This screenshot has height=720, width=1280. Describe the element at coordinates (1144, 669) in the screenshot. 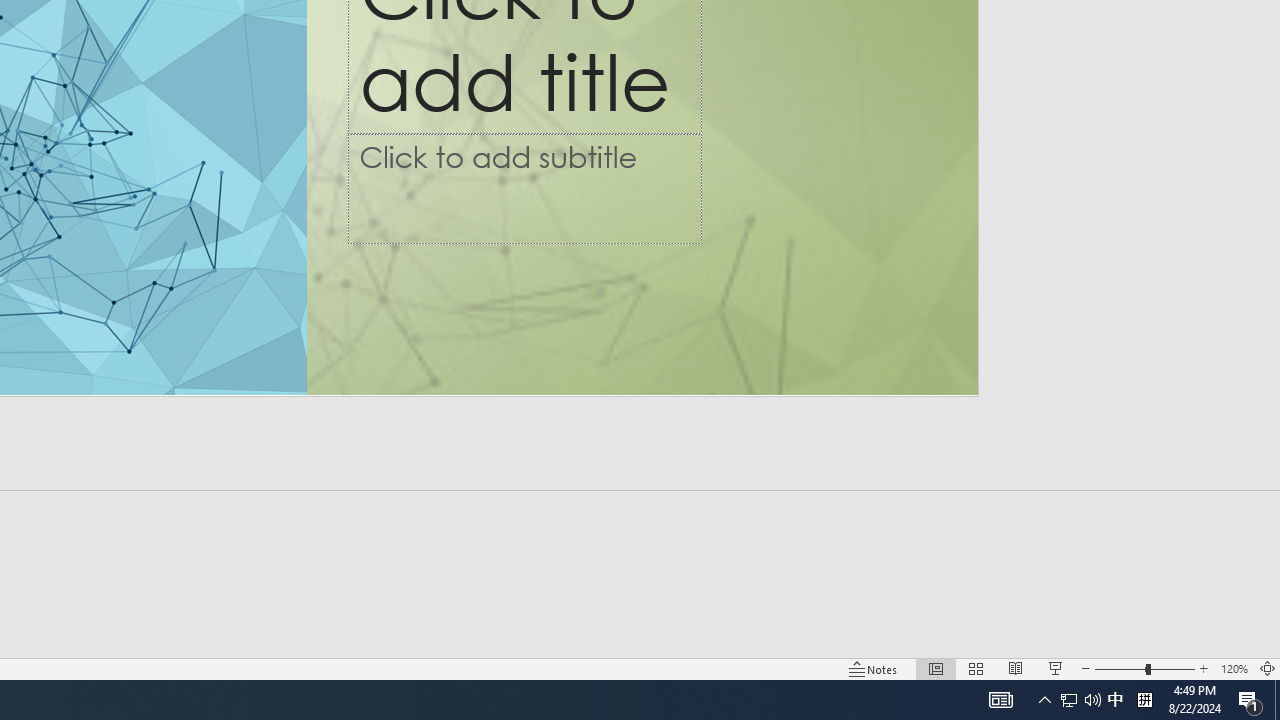

I see `'Zoom'` at that location.